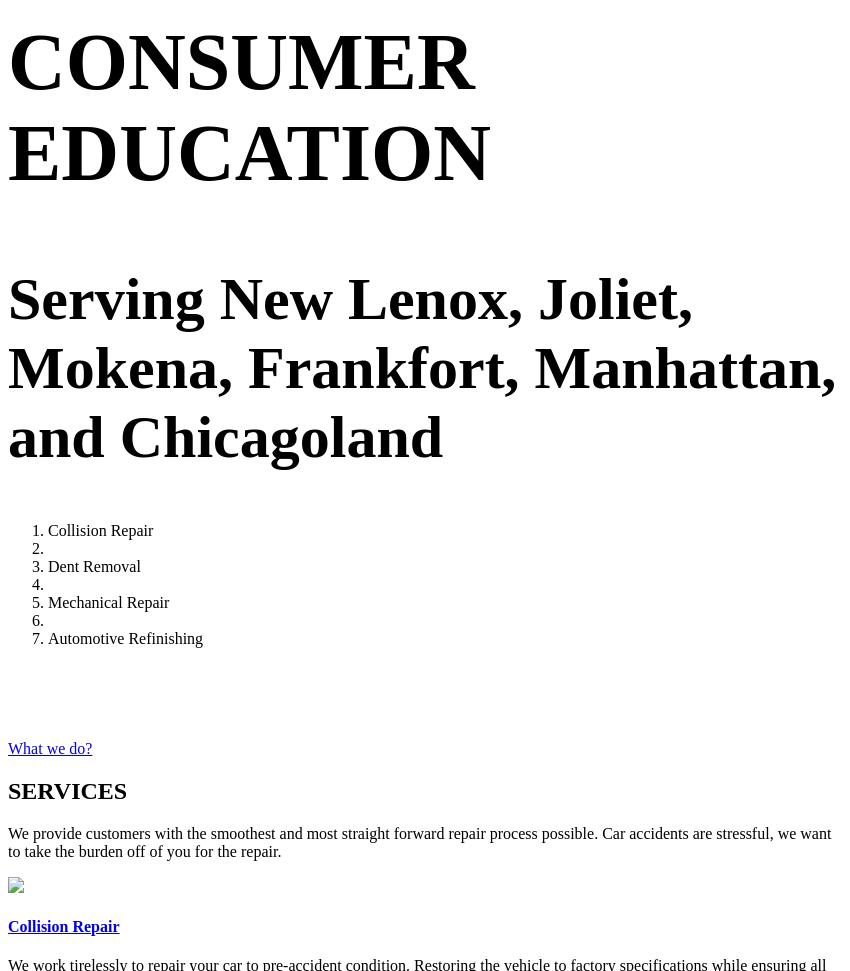  What do you see at coordinates (419, 840) in the screenshot?
I see `'We provide customers with the smoothest and most straight forward repair process possible. Car accidents are stressful, we want to take the burden off of you for the repair.'` at bounding box center [419, 840].